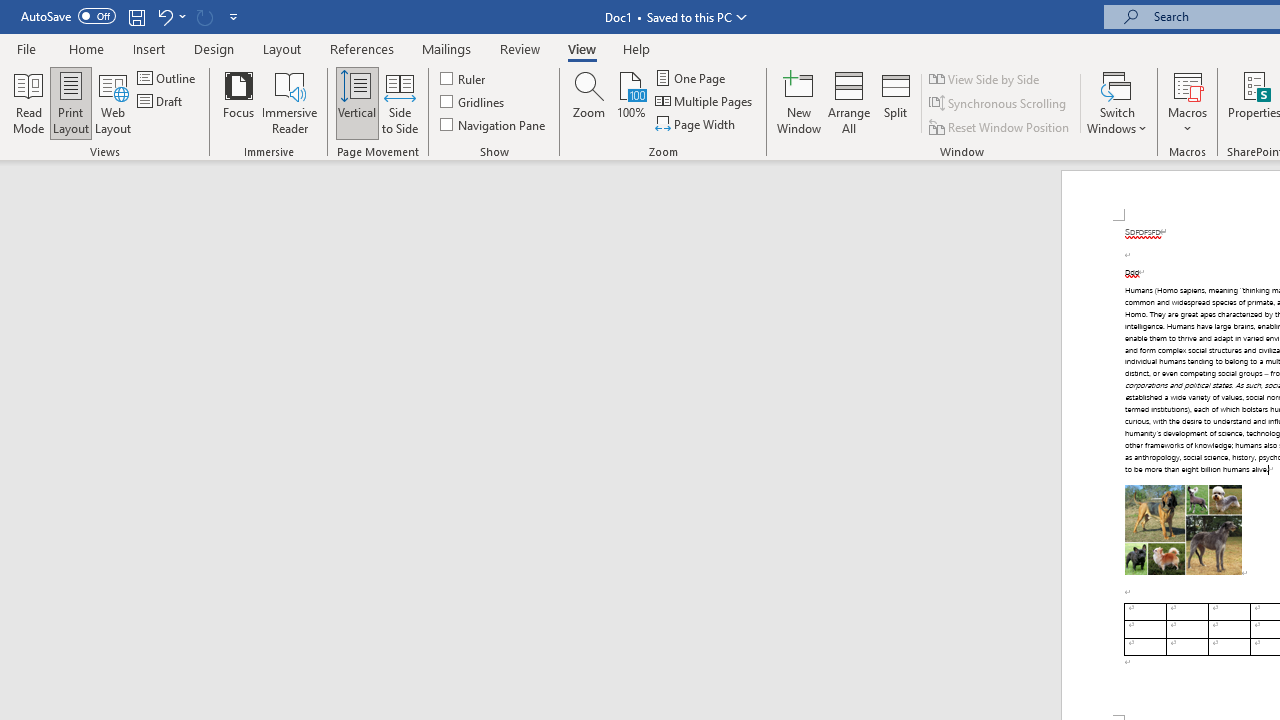 The width and height of the screenshot is (1280, 720). What do you see at coordinates (1116, 103) in the screenshot?
I see `'Switch Windows'` at bounding box center [1116, 103].